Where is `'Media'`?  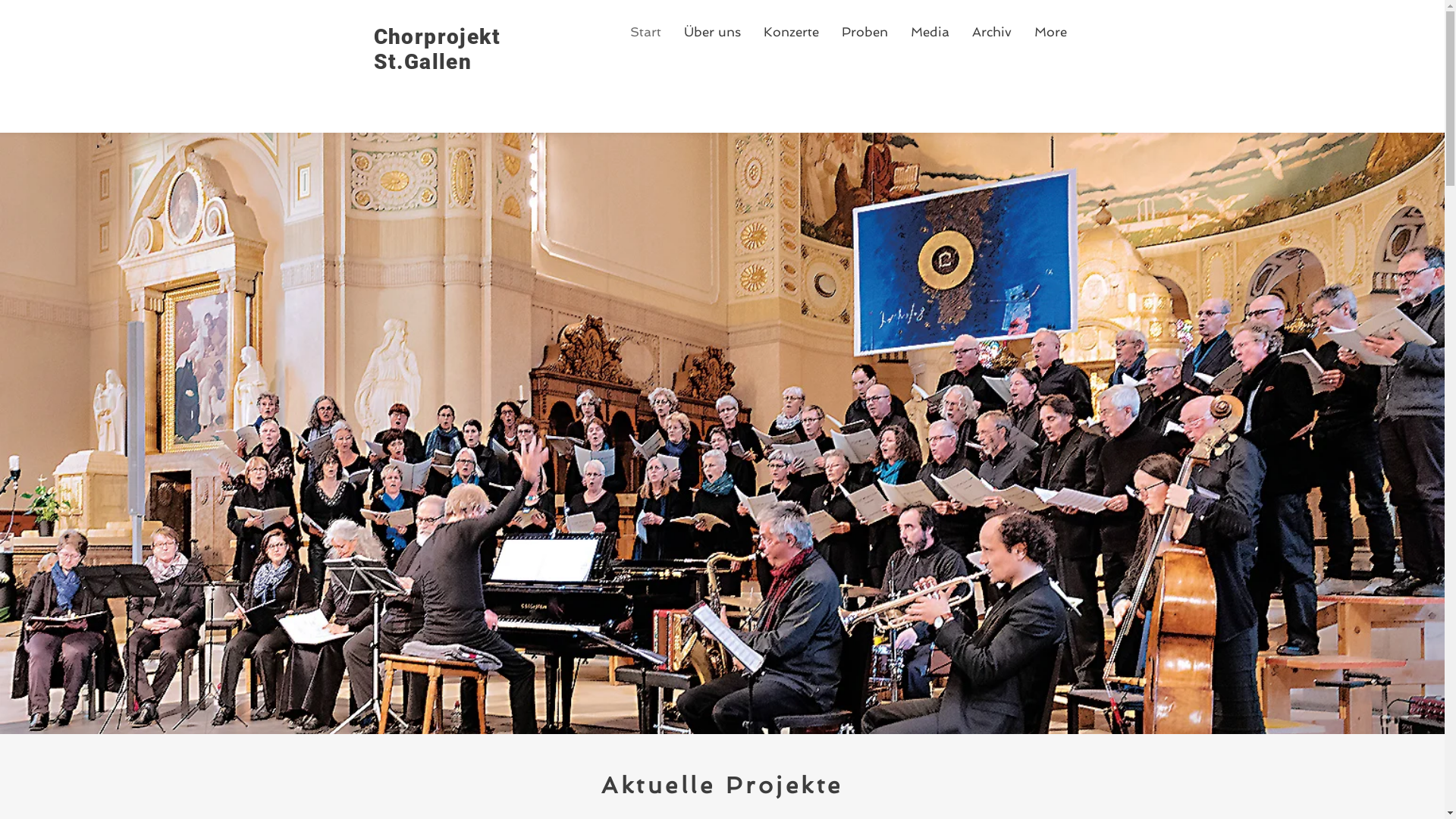
'Media' is located at coordinates (899, 32).